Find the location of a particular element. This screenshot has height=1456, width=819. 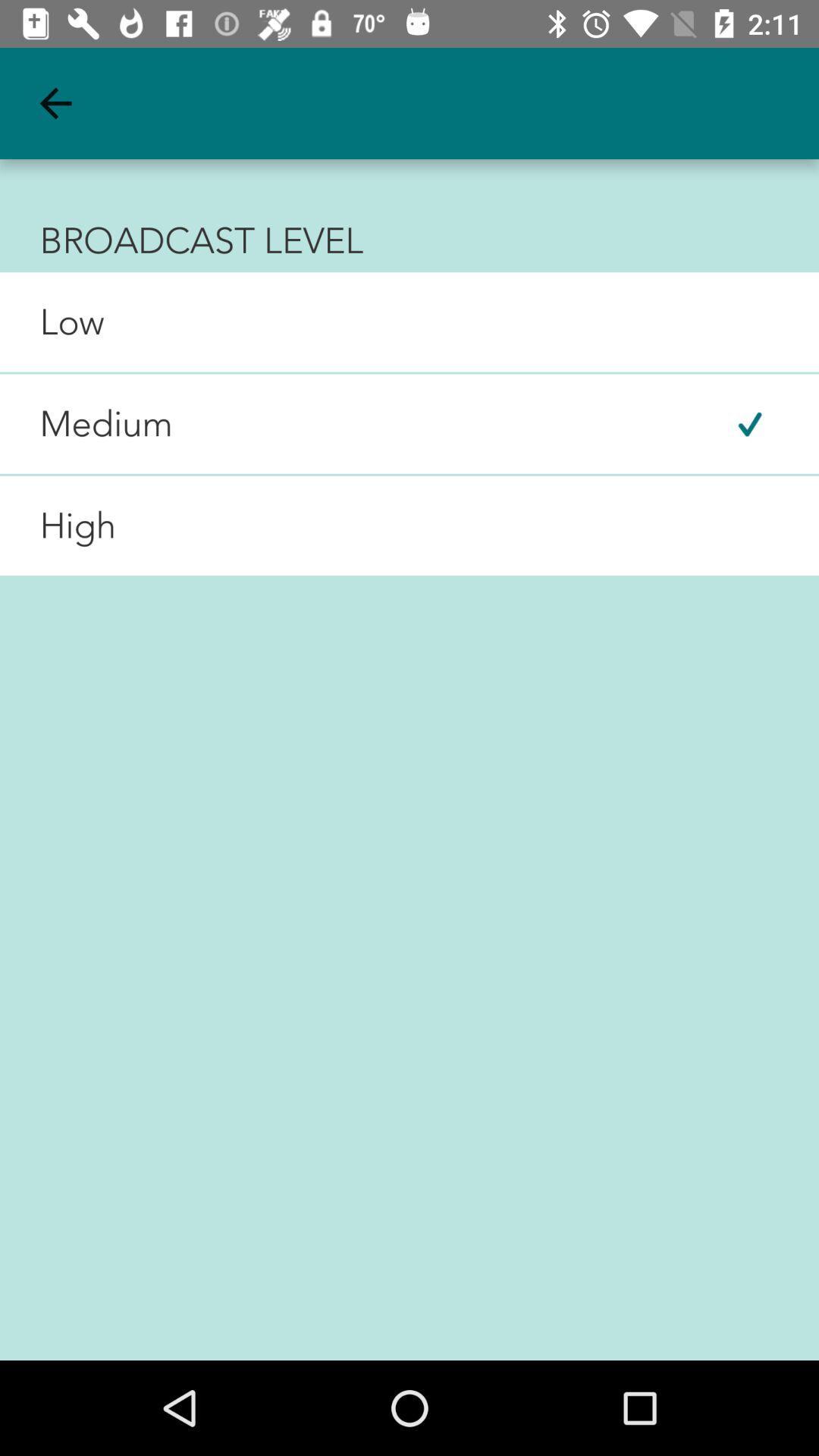

the item above medium is located at coordinates (51, 321).